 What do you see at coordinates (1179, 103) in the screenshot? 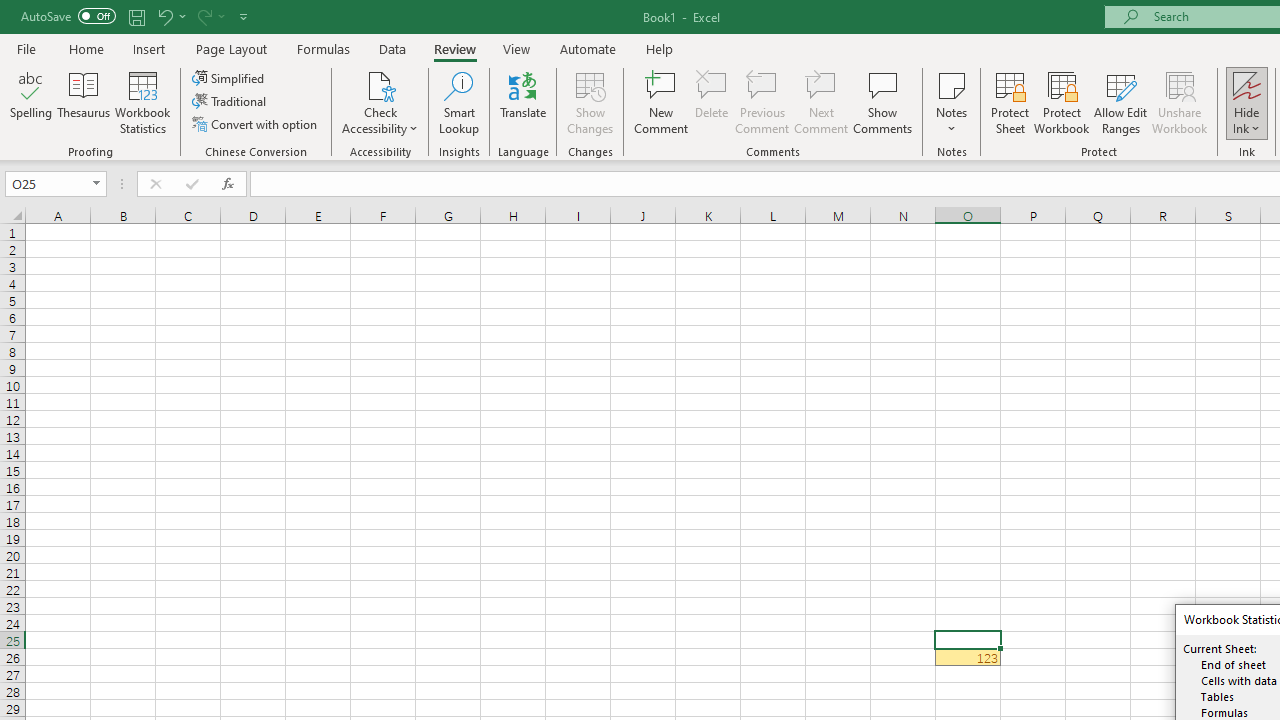
I see `'Unshare Workbook'` at bounding box center [1179, 103].